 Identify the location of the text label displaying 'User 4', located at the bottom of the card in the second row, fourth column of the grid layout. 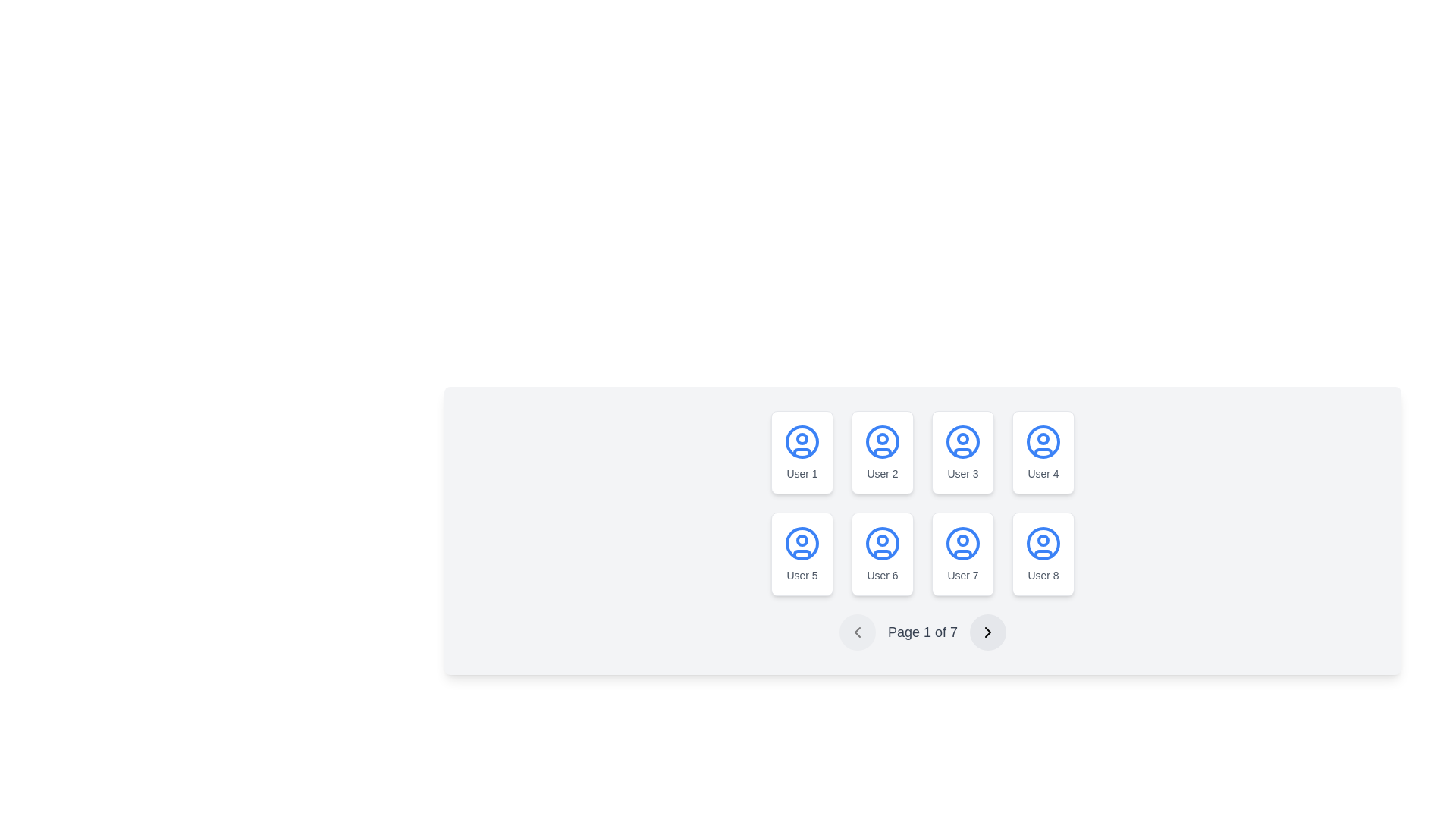
(1043, 472).